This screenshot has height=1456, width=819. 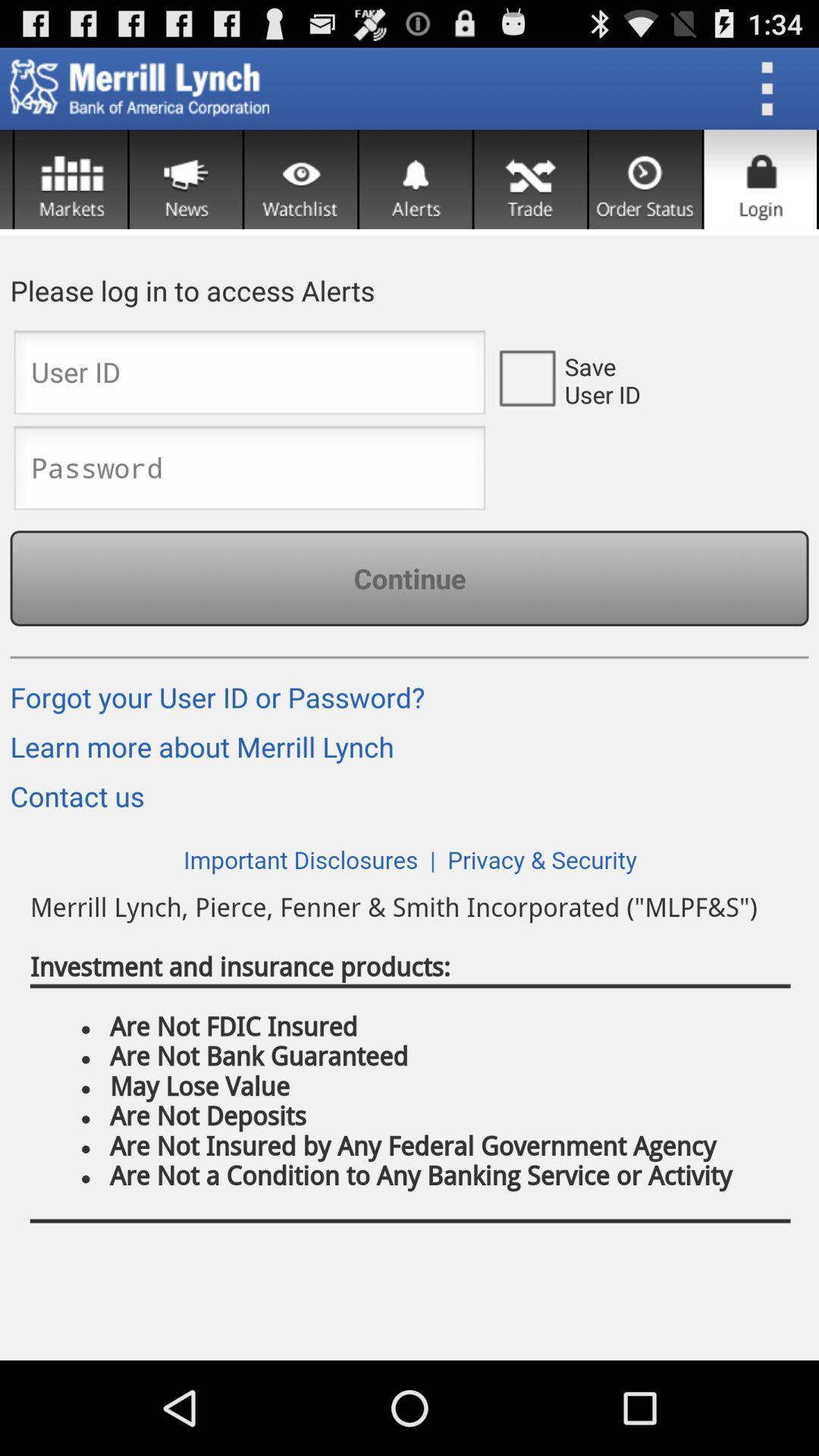 I want to click on new, so click(x=185, y=179).